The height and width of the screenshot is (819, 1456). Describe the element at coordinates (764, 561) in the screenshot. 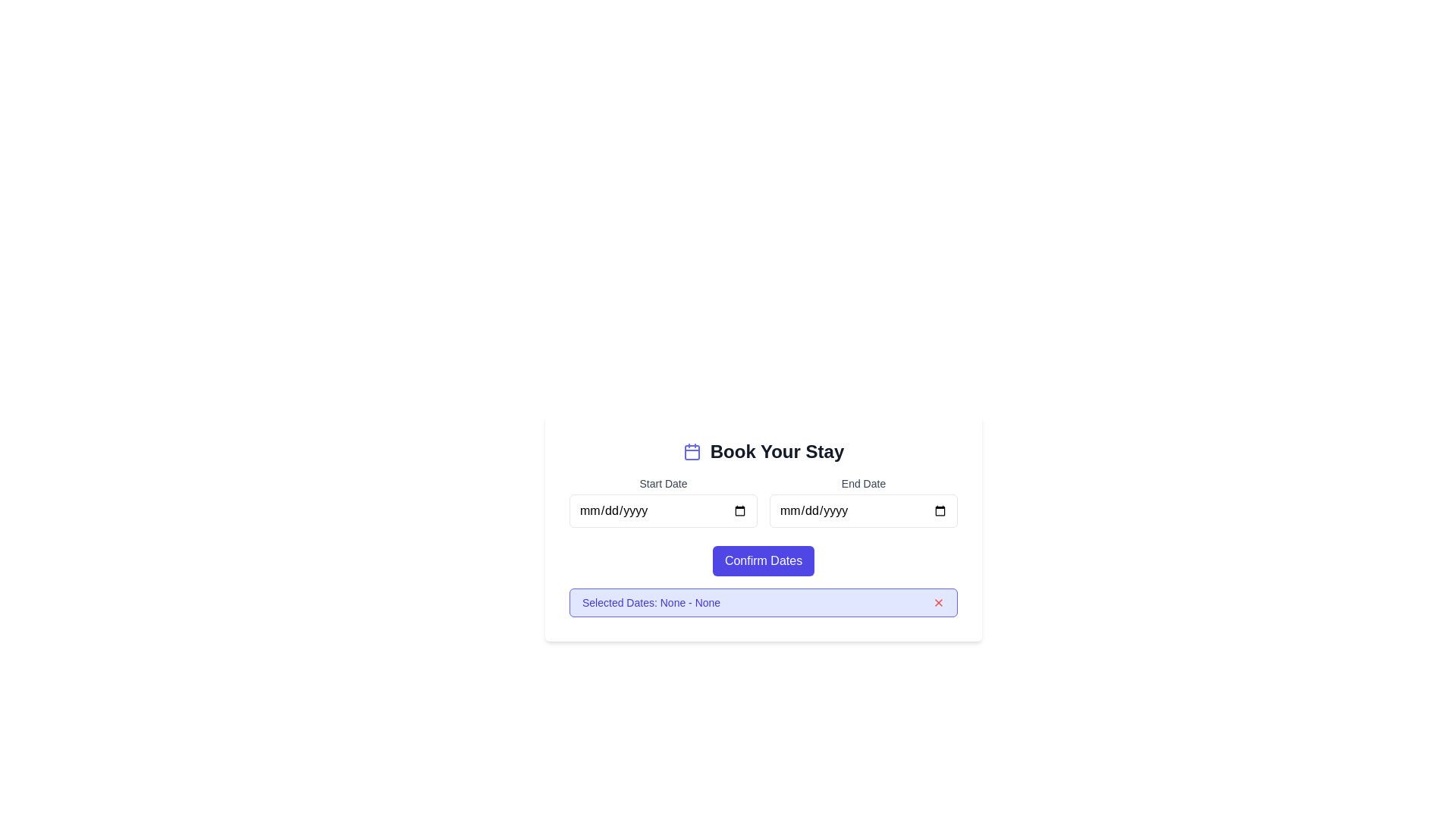

I see `the confirmation button located centrally below the date input fields to observe the hover effect` at that location.